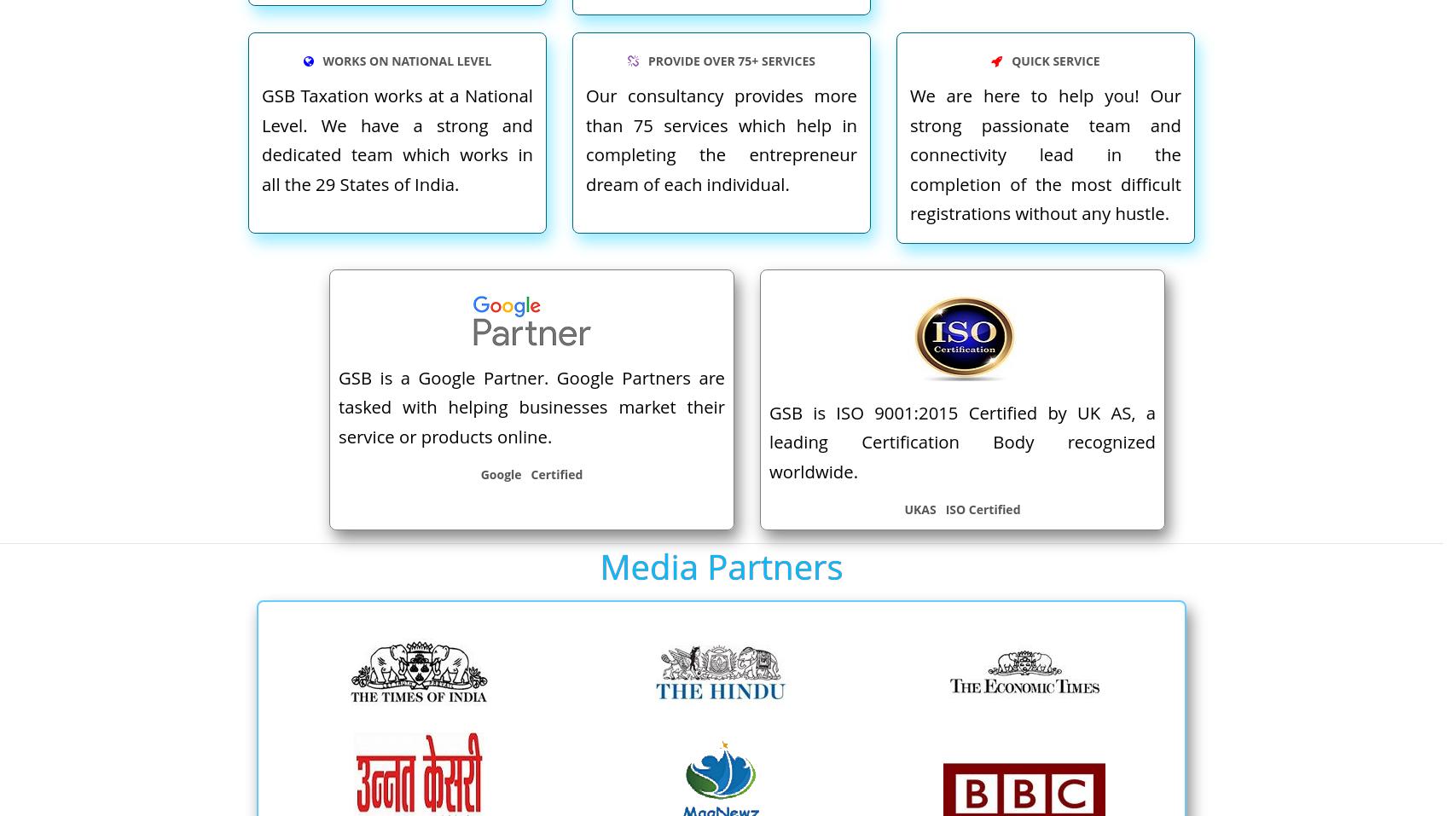 The image size is (1456, 816). I want to click on 'GSB Taxation works at a National Level. We have a strong and dedicated team which works in all the 29 States of India.', so click(397, 139).